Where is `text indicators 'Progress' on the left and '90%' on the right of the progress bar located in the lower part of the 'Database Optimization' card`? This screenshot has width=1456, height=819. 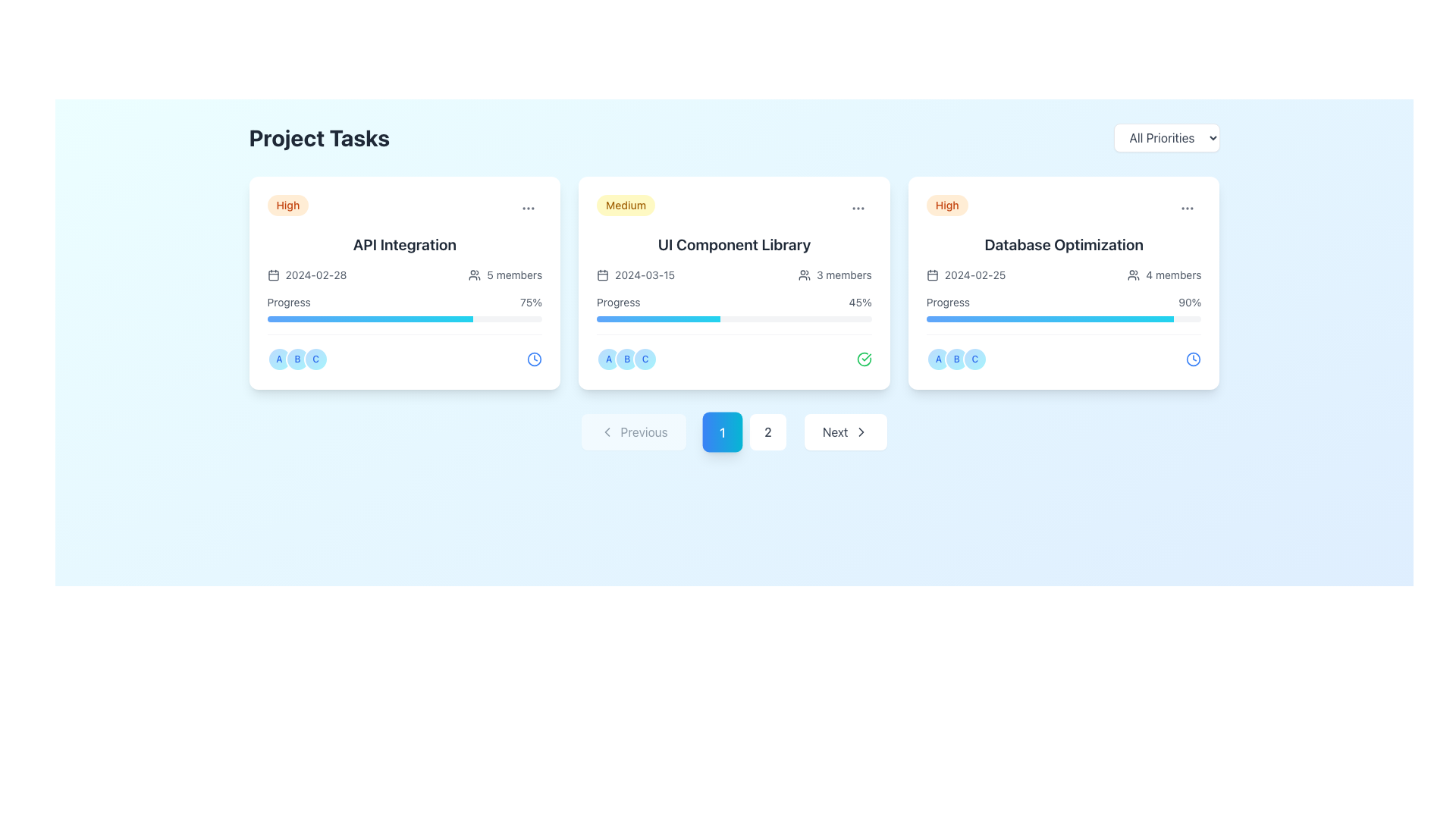 text indicators 'Progress' on the left and '90%' on the right of the progress bar located in the lower part of the 'Database Optimization' card is located at coordinates (1063, 308).